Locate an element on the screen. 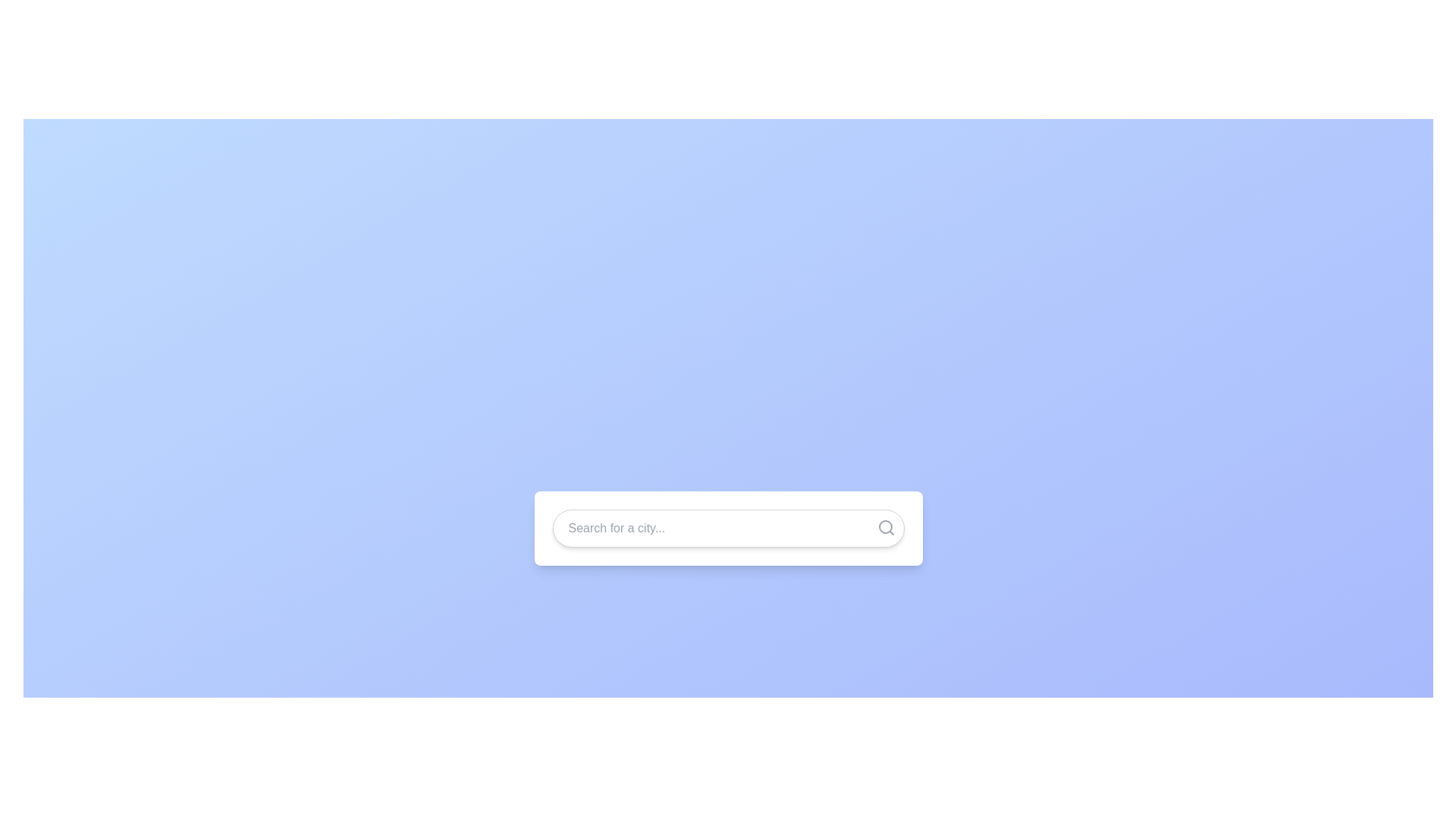  the search icon located at the top-right corner of the input field labeled 'Search for a city...' to initiate a search is located at coordinates (886, 526).